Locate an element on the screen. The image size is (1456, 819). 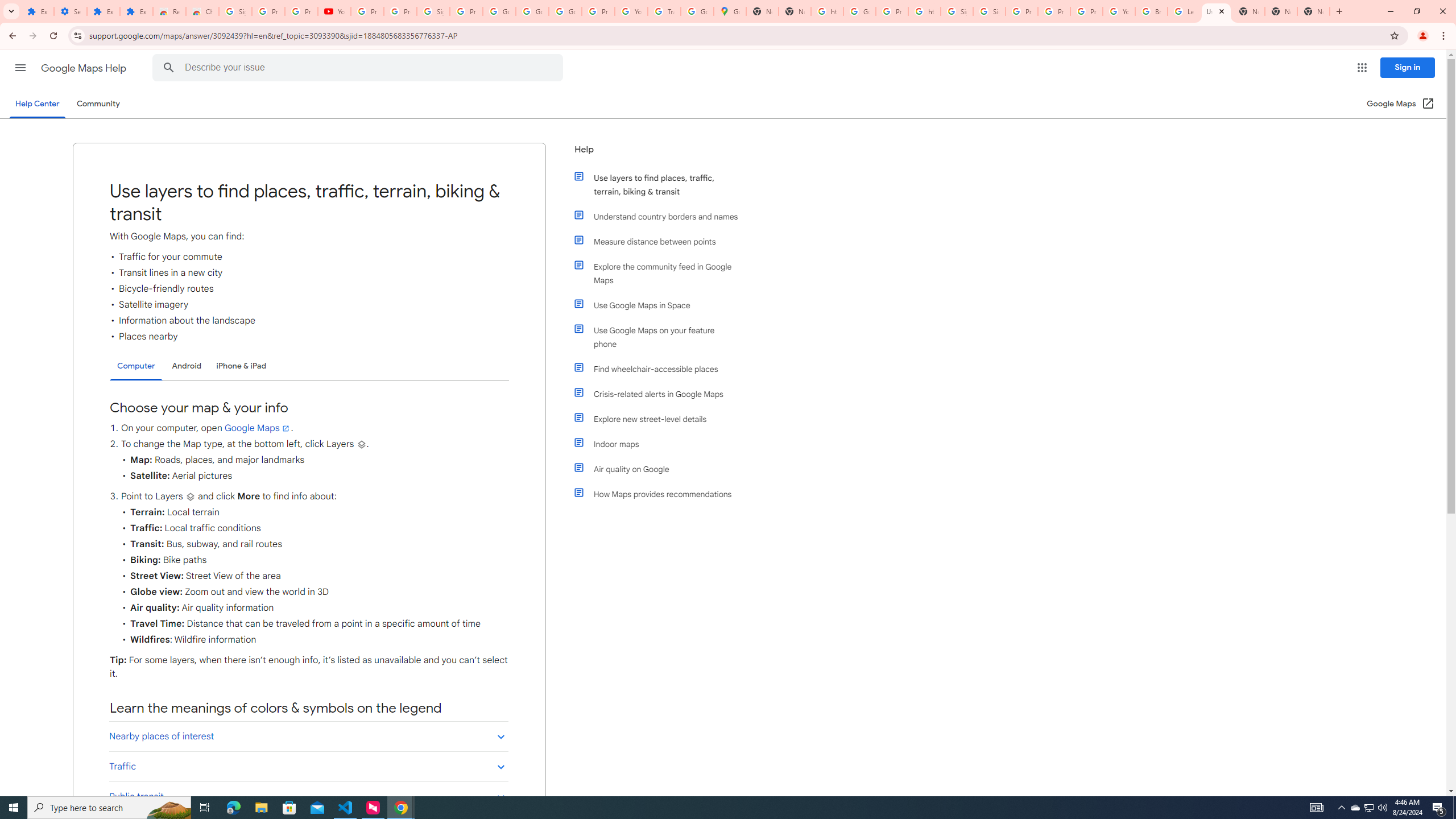
'Public transit' is located at coordinates (308, 796).